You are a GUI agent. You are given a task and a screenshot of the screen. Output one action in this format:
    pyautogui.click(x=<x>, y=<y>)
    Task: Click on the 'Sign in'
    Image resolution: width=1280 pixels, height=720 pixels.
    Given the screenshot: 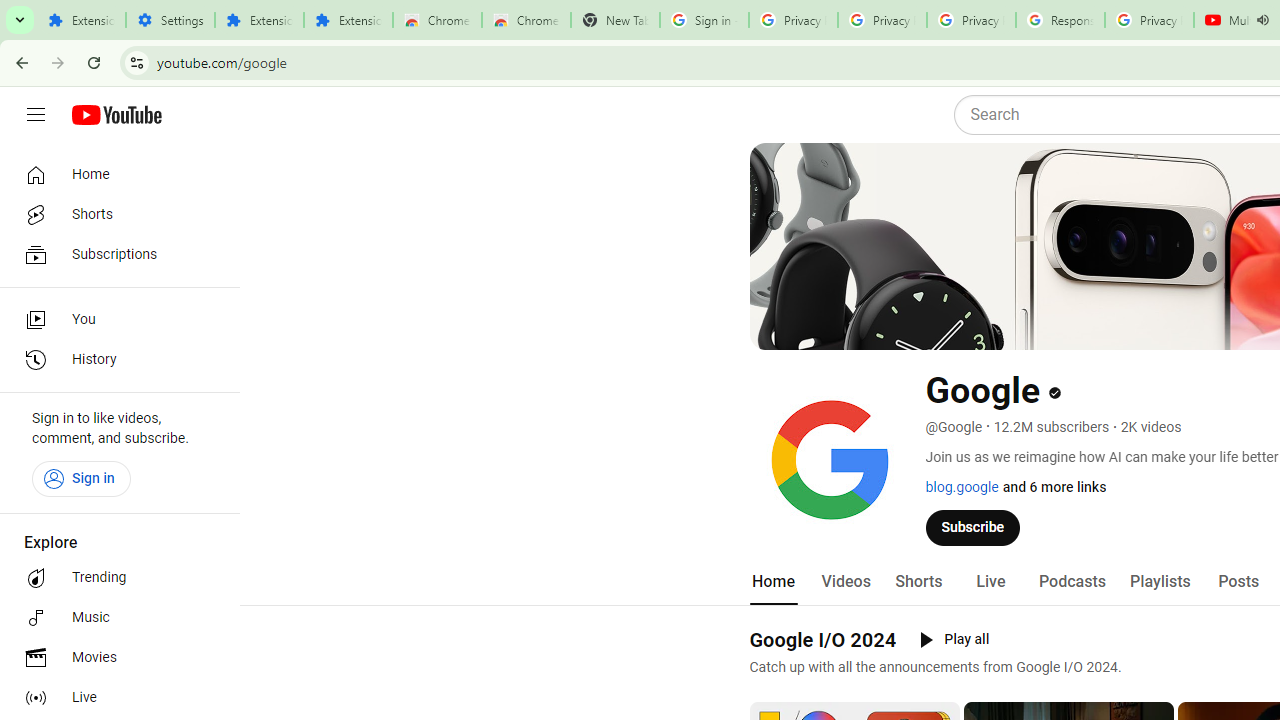 What is the action you would take?
    pyautogui.click(x=80, y=478)
    